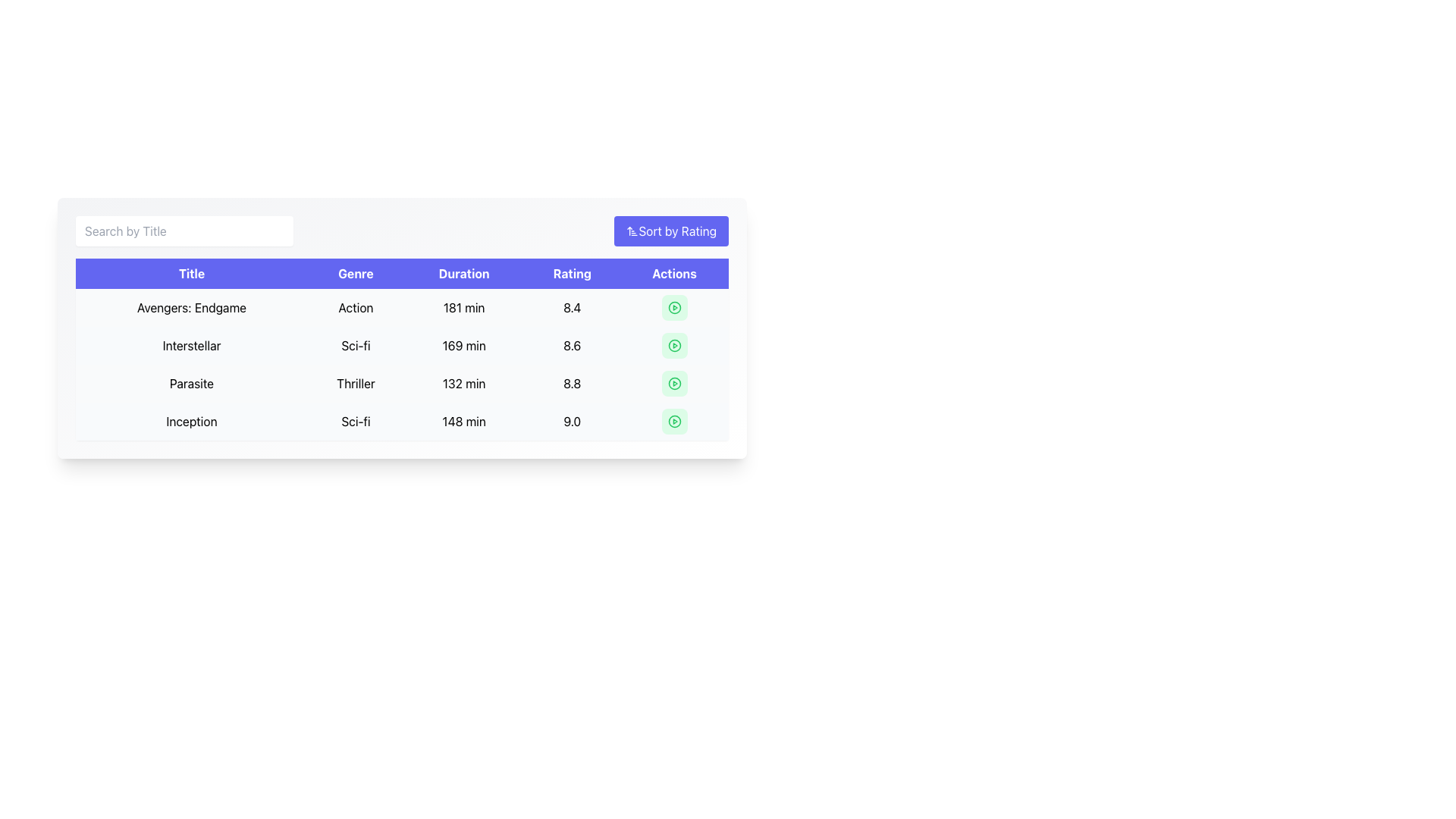 The image size is (1456, 819). Describe the element at coordinates (673, 307) in the screenshot. I see `the circular play button with a green border and white background located in the 'Actions' column of the first row in a table` at that location.